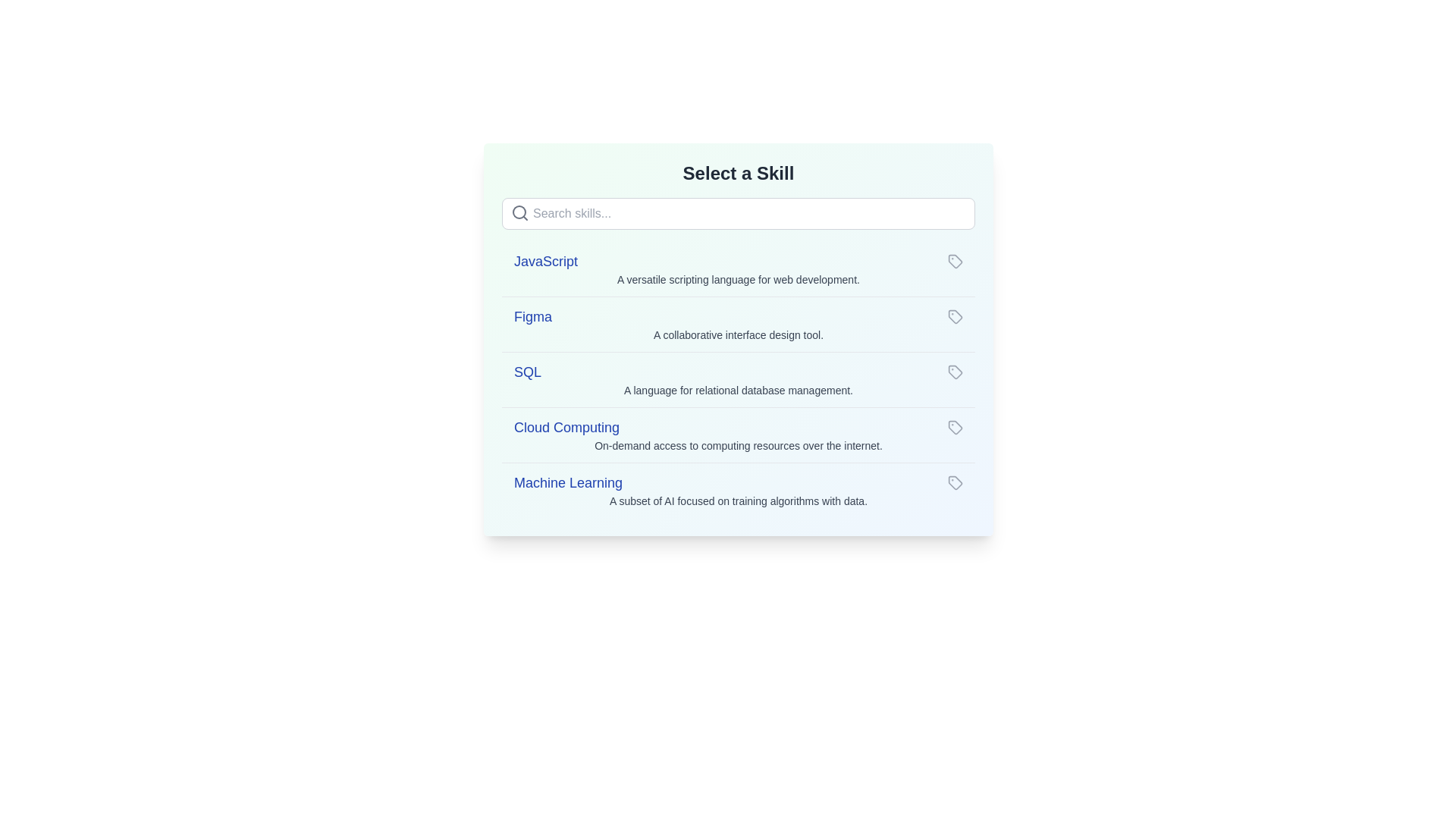 This screenshot has height=819, width=1456. What do you see at coordinates (954, 482) in the screenshot?
I see `the icon located to the right of the 'Machine Learning' text` at bounding box center [954, 482].